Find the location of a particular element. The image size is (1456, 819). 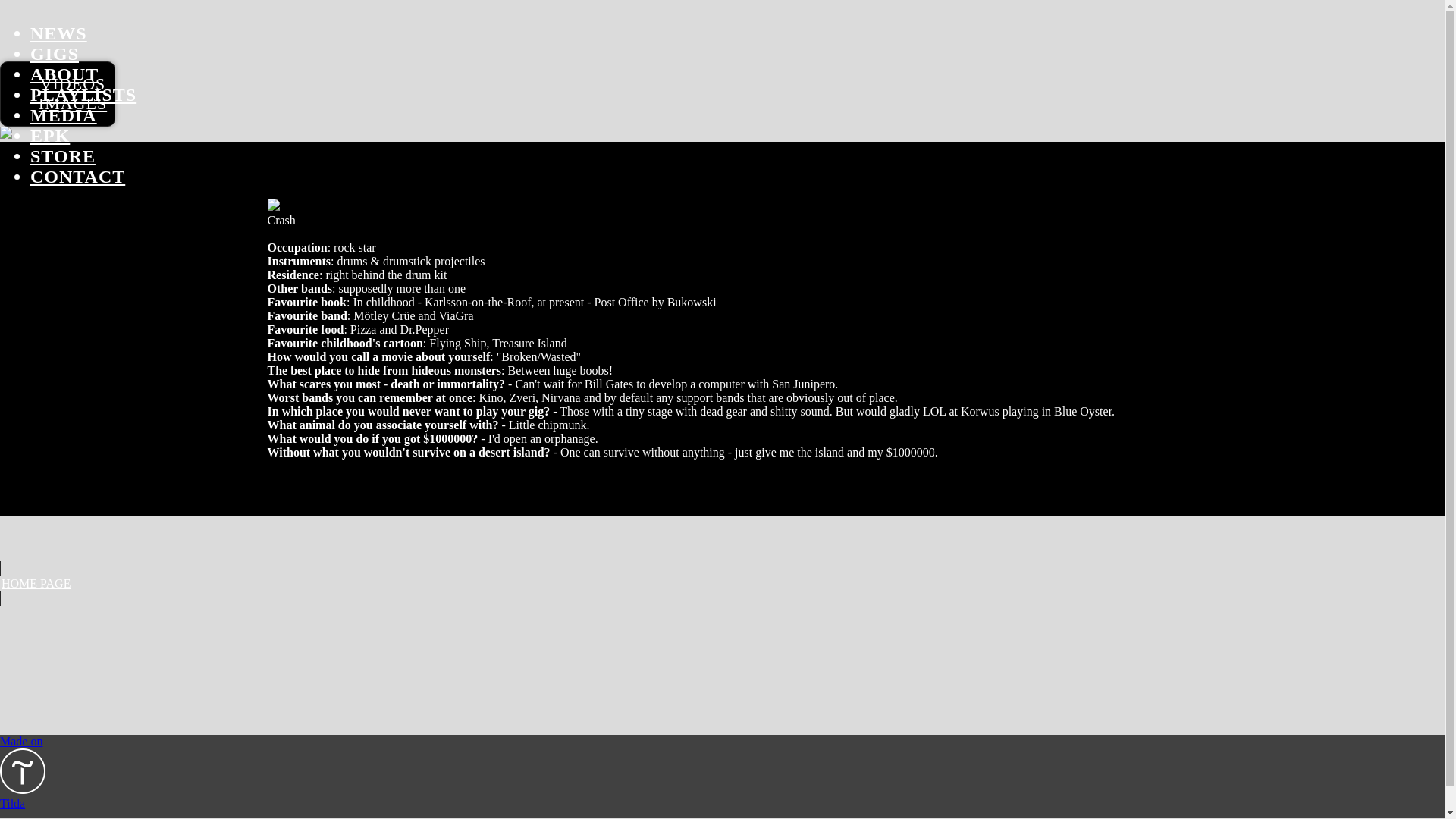

'EPK' is located at coordinates (50, 134).